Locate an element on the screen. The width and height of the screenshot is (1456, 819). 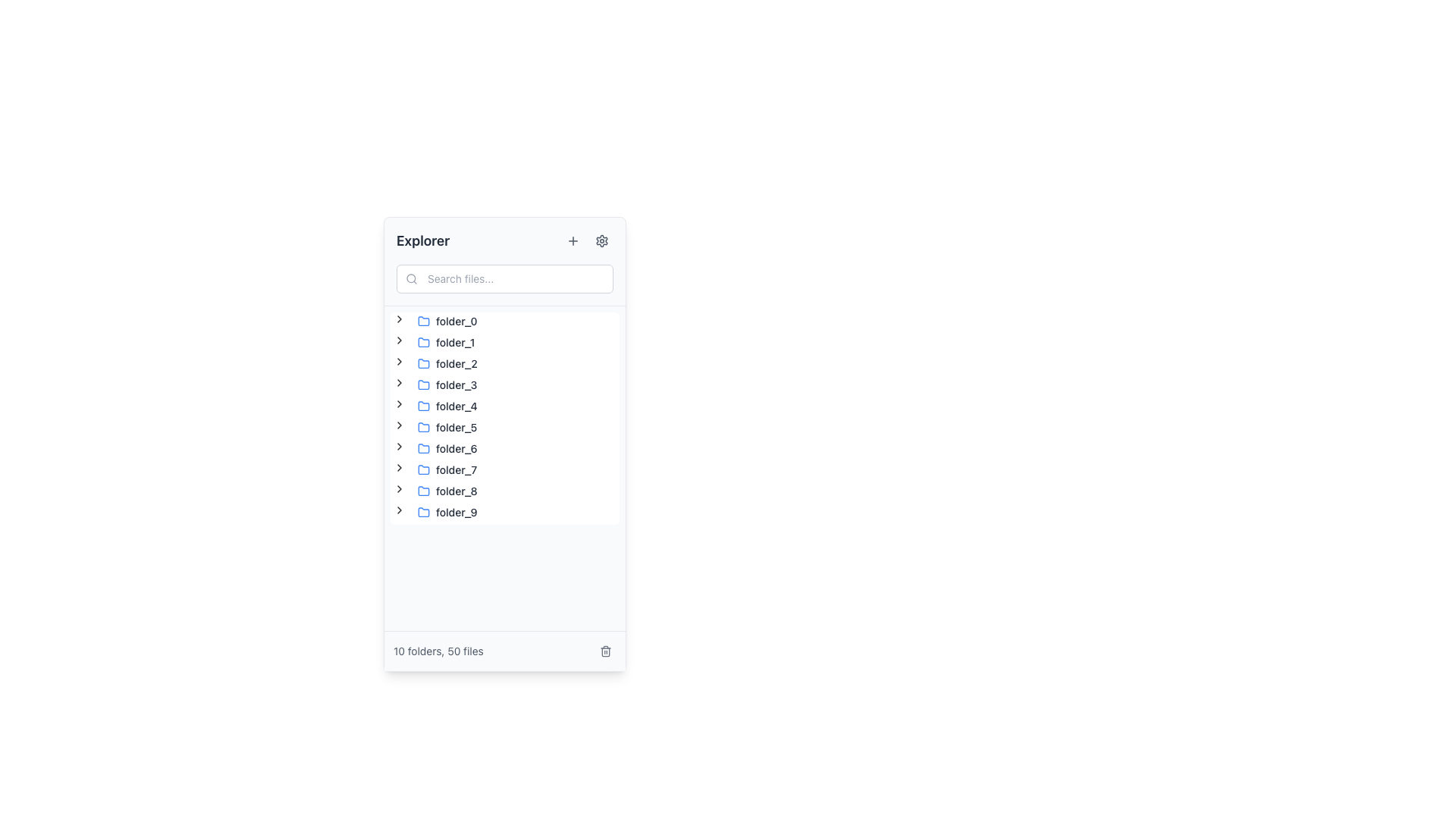
the toggle button for the 'folder_1' item in the tree is located at coordinates (400, 342).